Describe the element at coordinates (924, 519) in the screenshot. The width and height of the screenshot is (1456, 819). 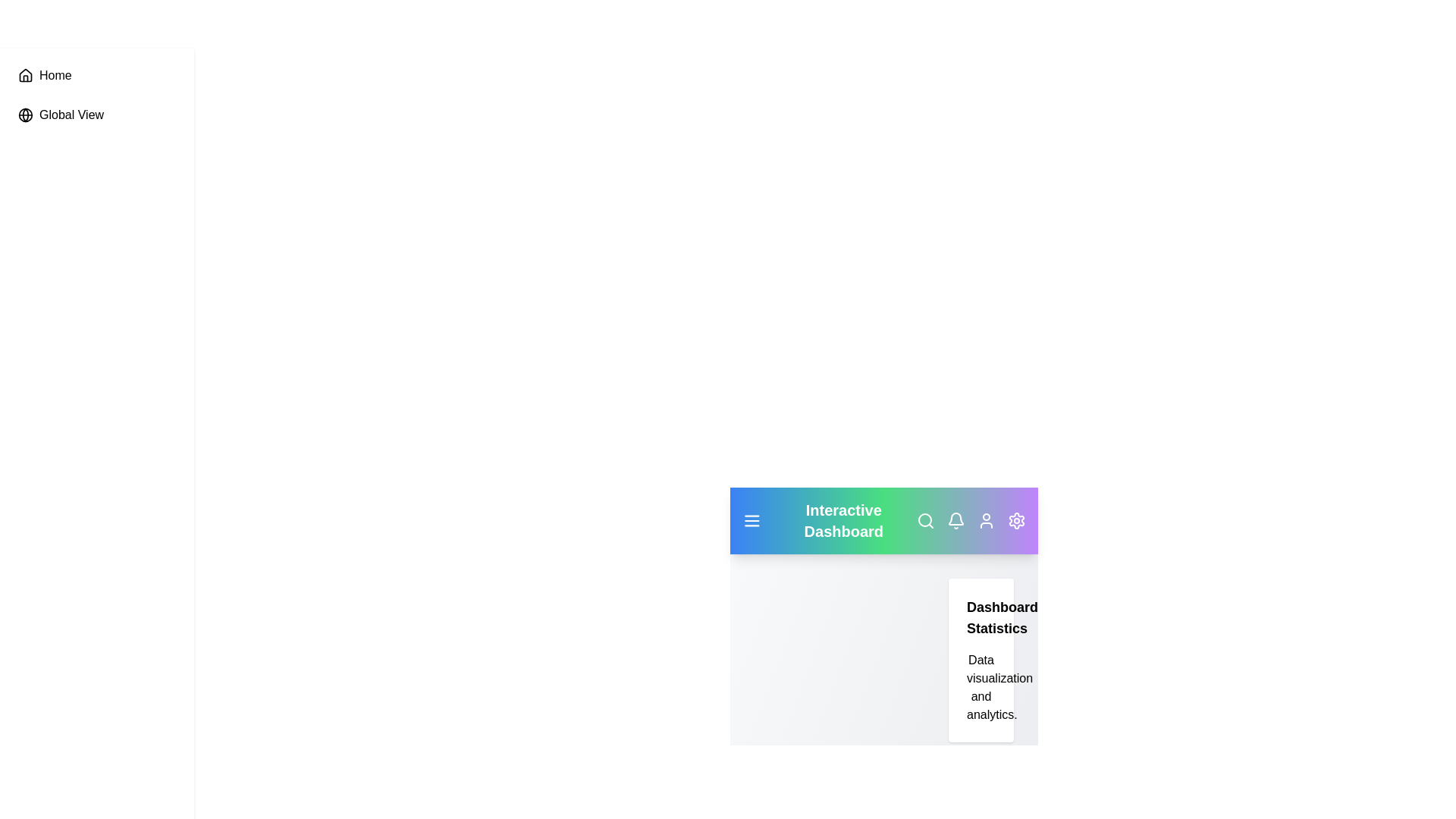
I see `the search icon to activate the search functionality` at that location.